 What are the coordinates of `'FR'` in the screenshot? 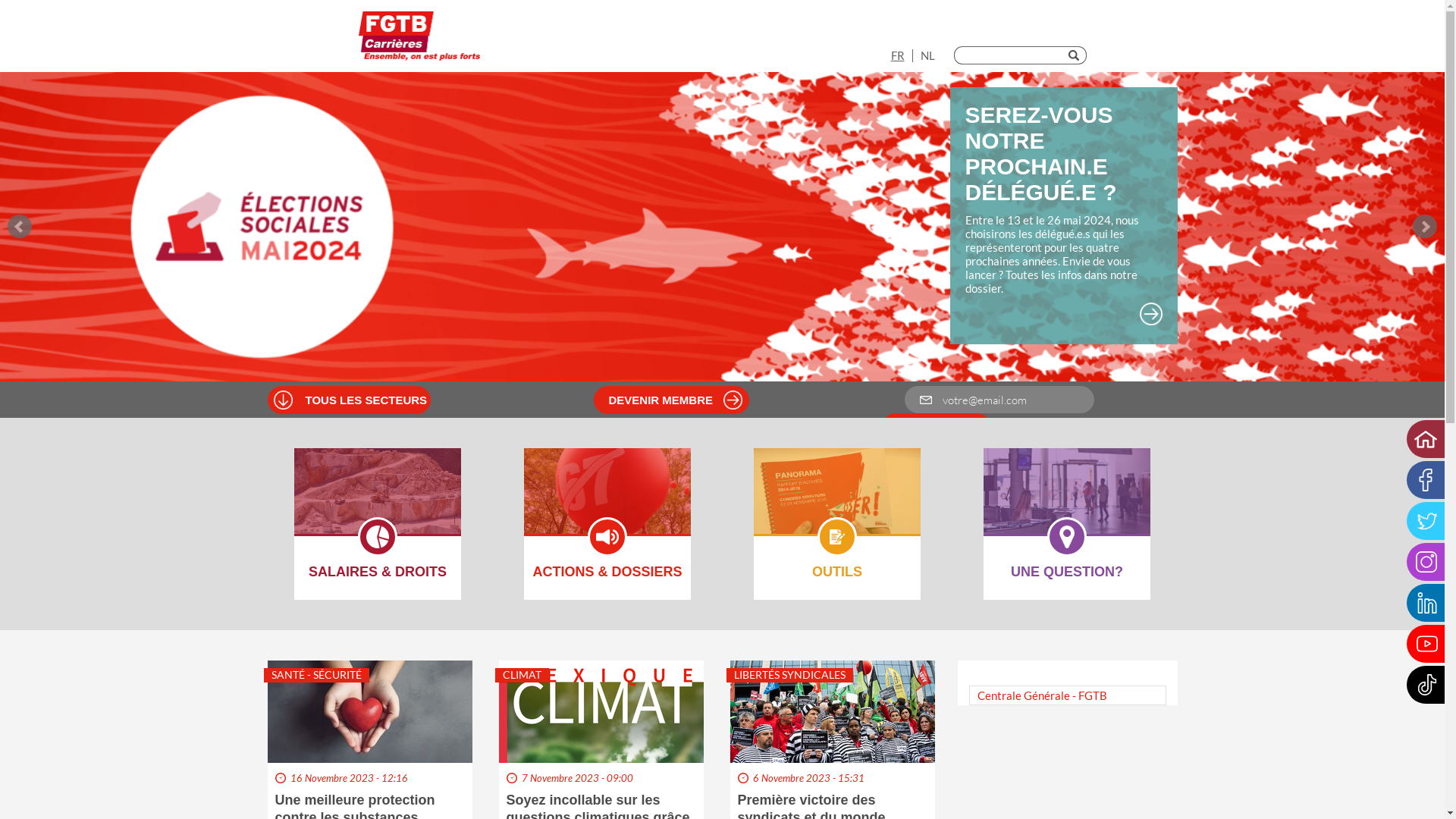 It's located at (890, 55).